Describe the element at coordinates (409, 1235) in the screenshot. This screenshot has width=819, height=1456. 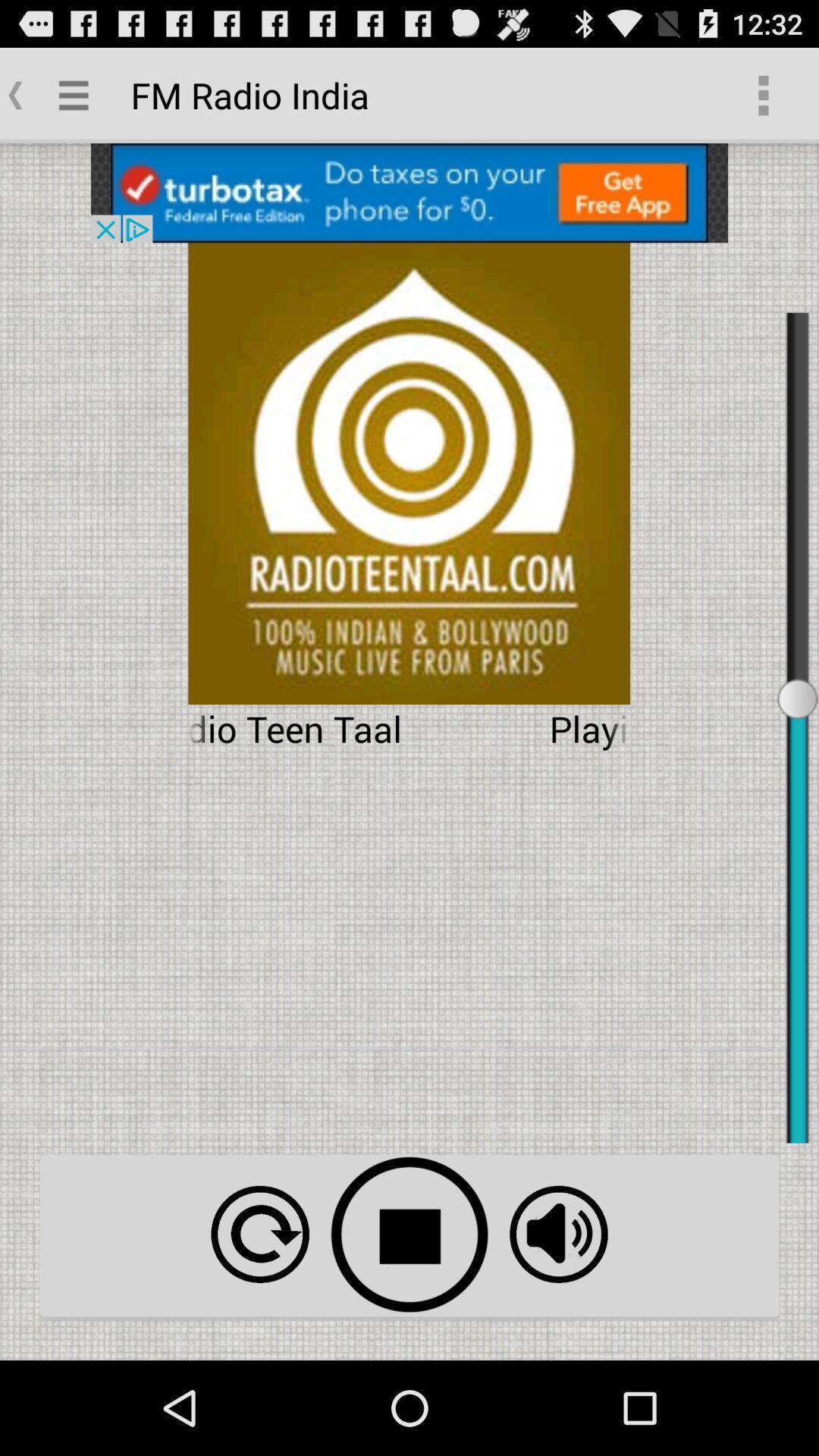
I see `stop` at that location.